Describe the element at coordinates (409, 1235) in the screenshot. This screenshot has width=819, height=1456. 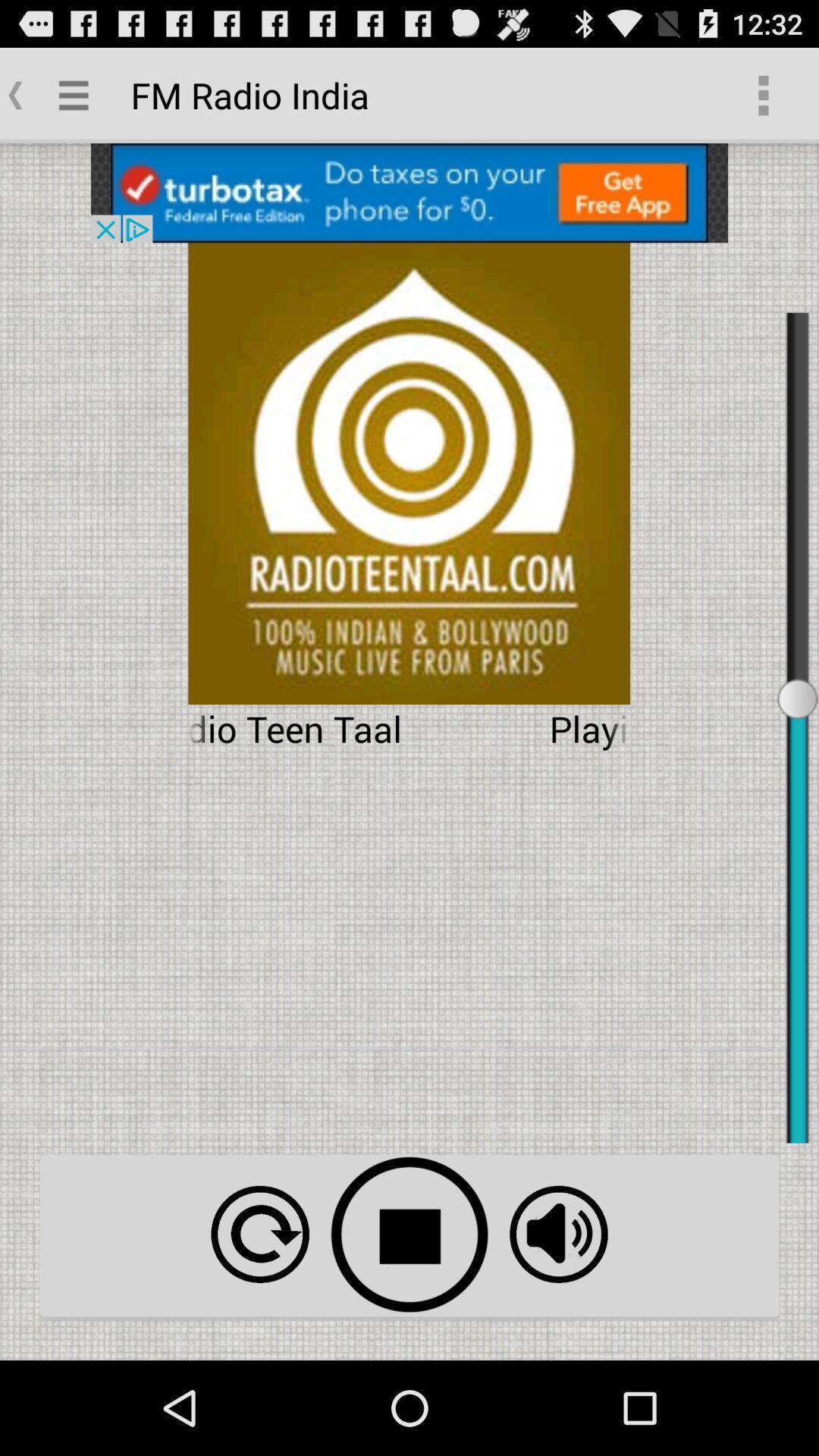
I see `stop` at that location.